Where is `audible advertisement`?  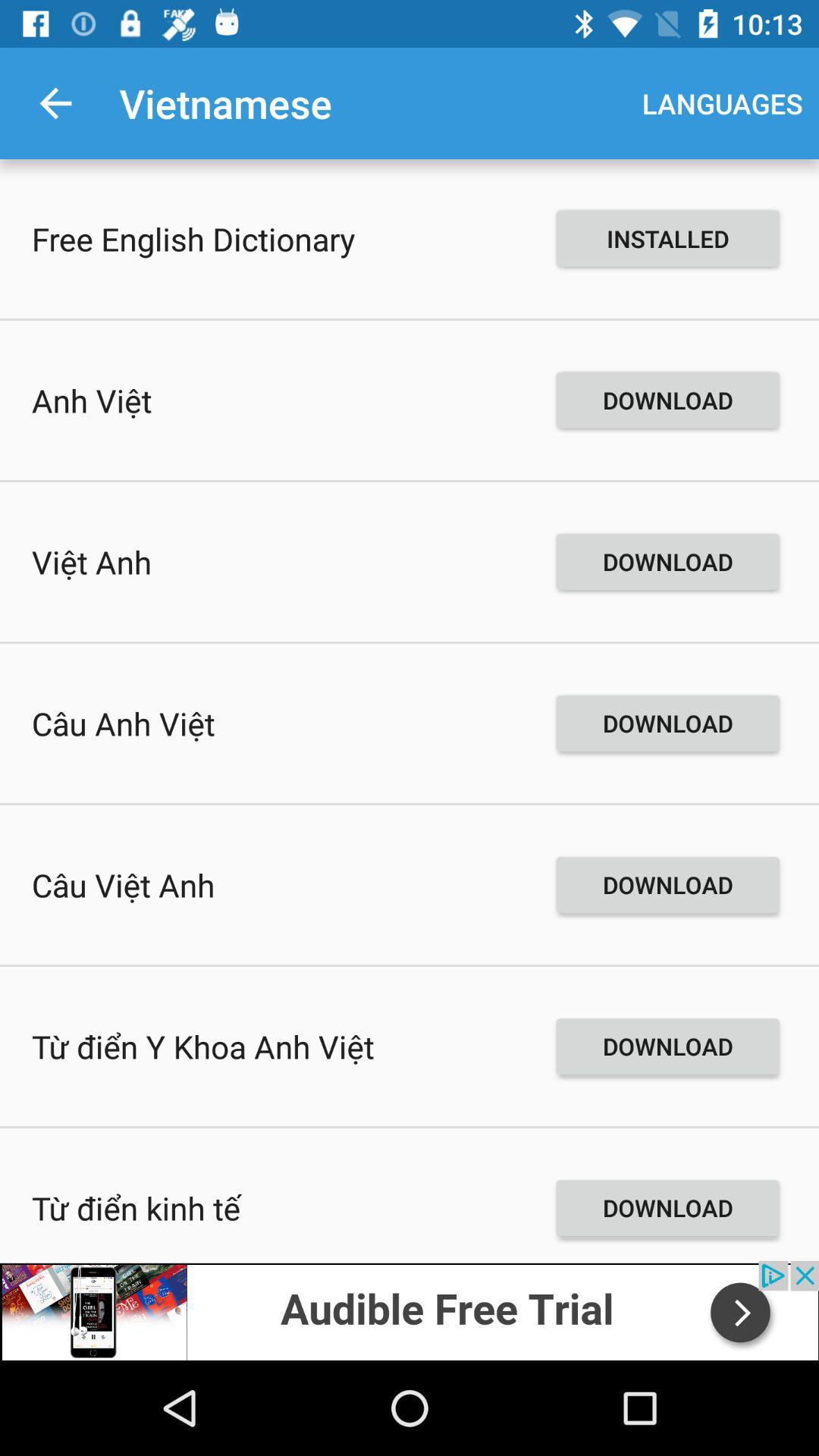
audible advertisement is located at coordinates (409, 1310).